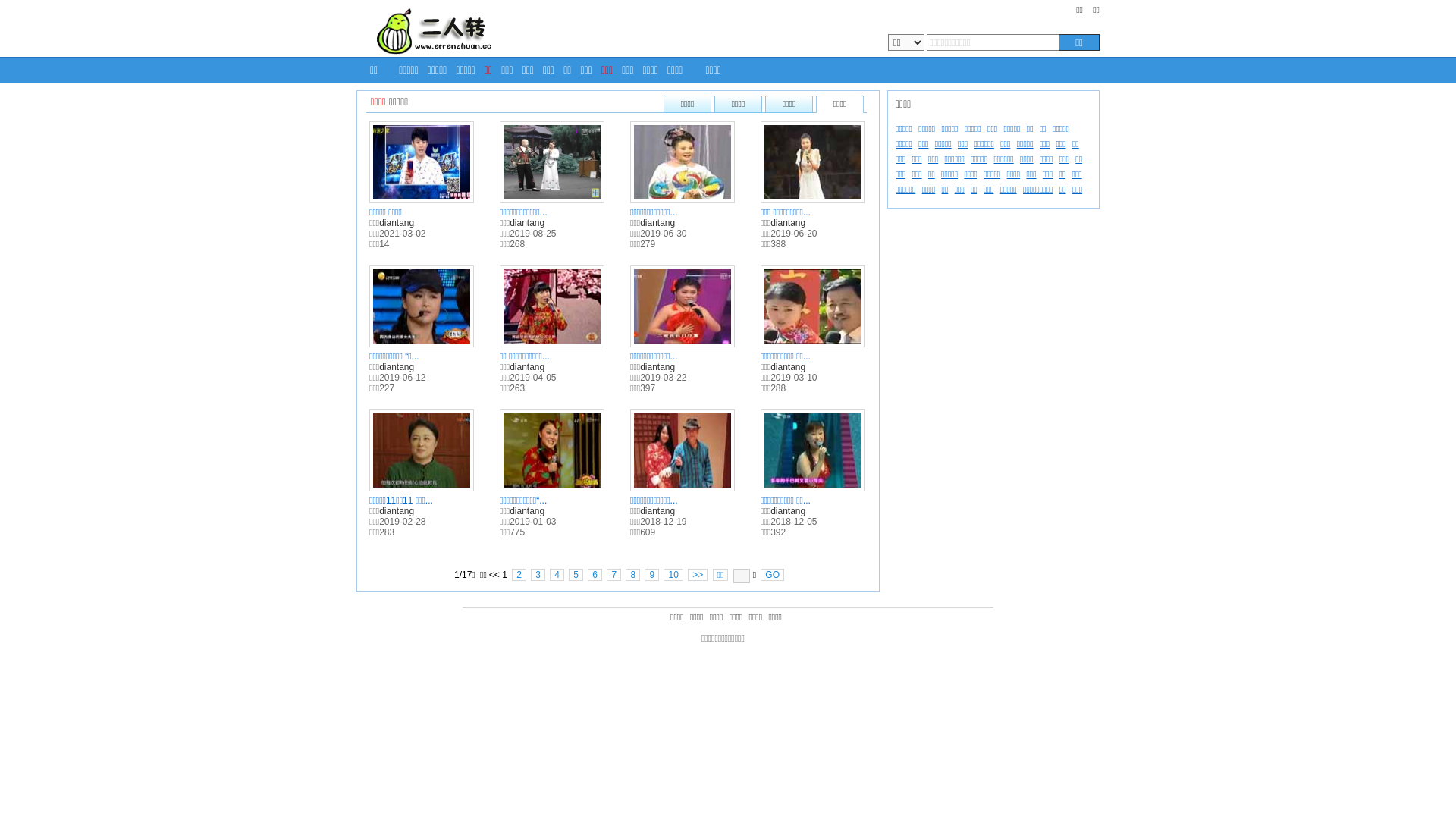  Describe the element at coordinates (556, 575) in the screenshot. I see `'4'` at that location.